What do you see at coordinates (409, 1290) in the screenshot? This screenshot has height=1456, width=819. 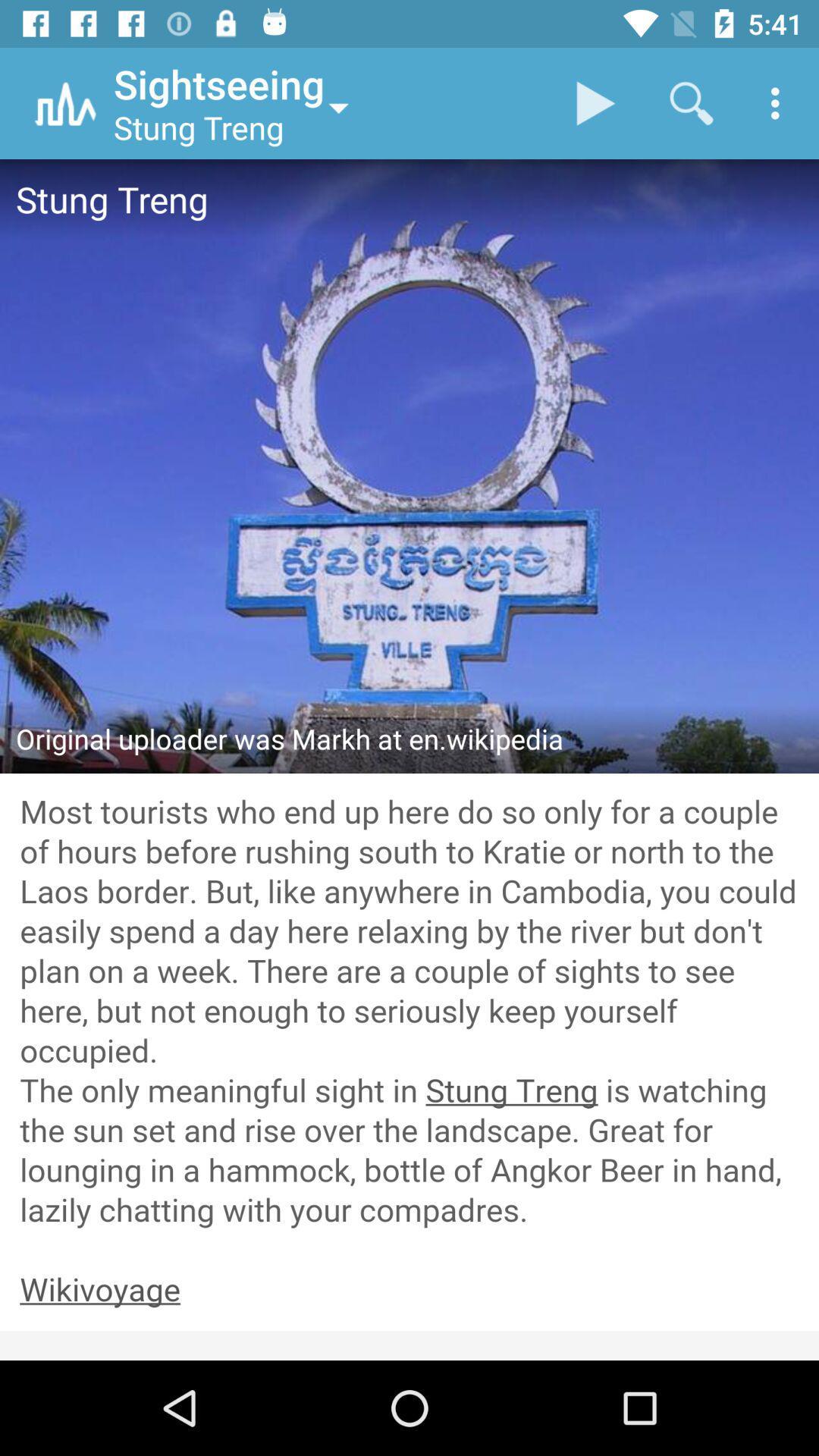 I see `link to wikivoyage` at bounding box center [409, 1290].